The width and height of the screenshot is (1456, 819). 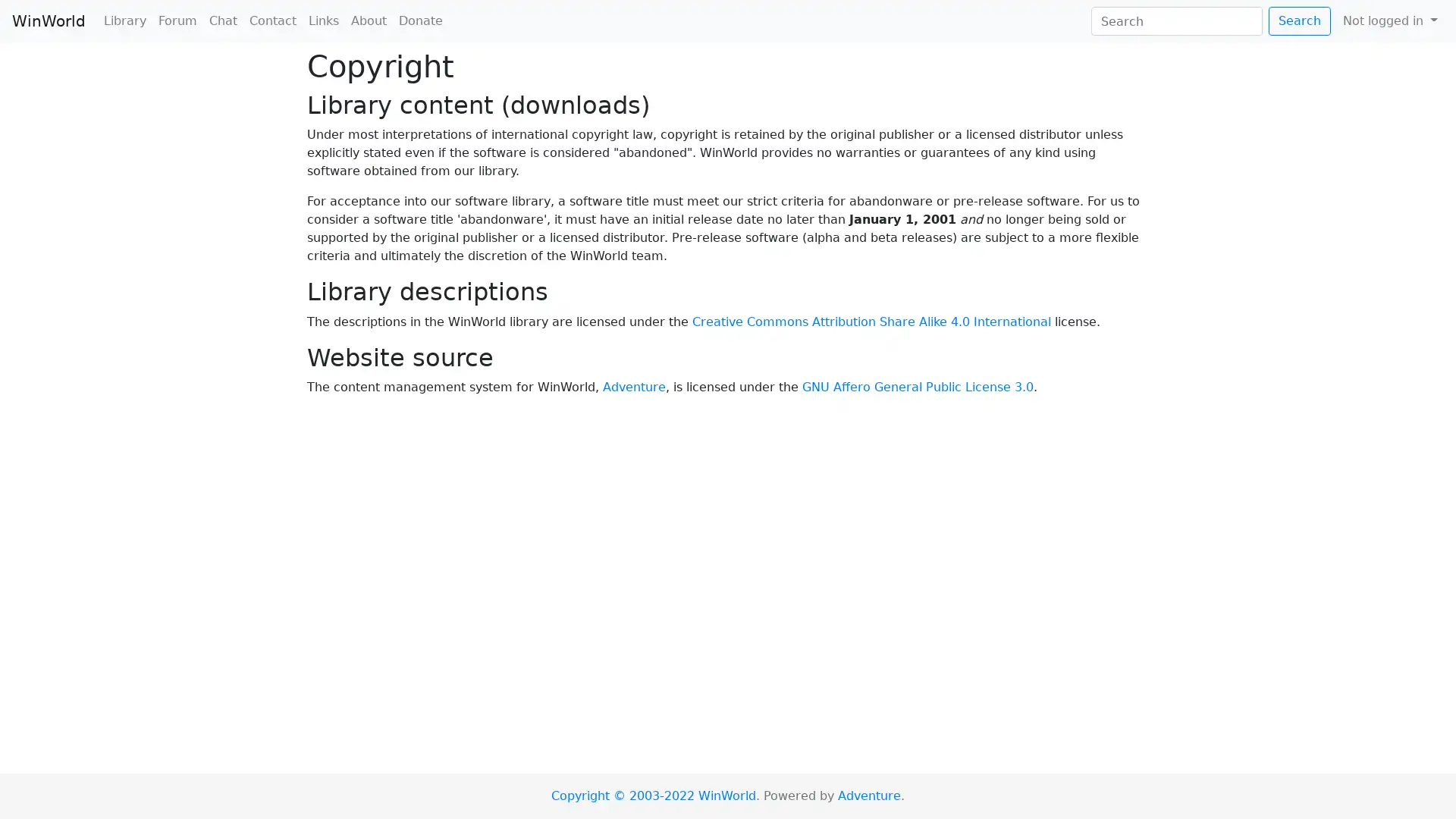 I want to click on Search, so click(x=1298, y=20).